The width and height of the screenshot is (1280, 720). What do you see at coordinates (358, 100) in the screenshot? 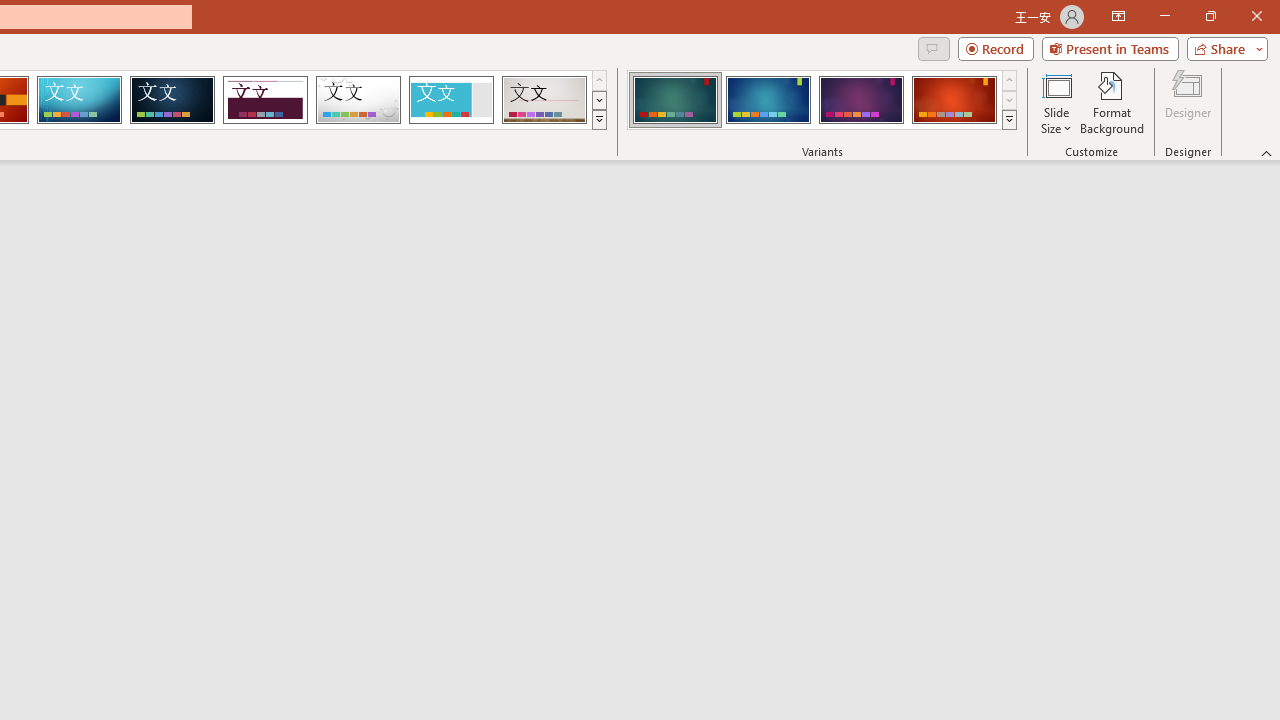
I see `'Droplet Loading Preview...'` at bounding box center [358, 100].